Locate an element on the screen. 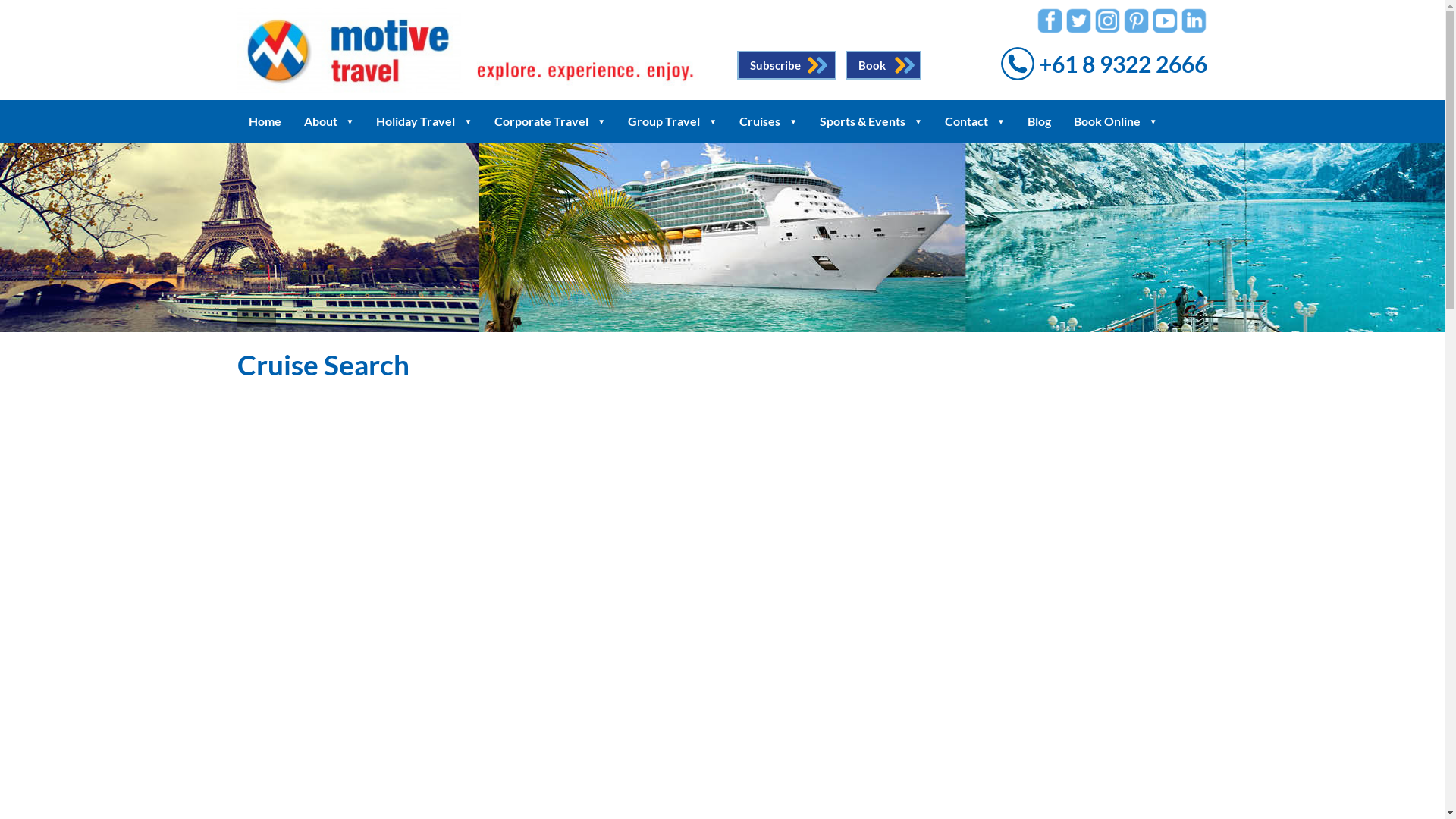 The width and height of the screenshot is (1456, 819). 'Subscribe' is located at coordinates (736, 64).